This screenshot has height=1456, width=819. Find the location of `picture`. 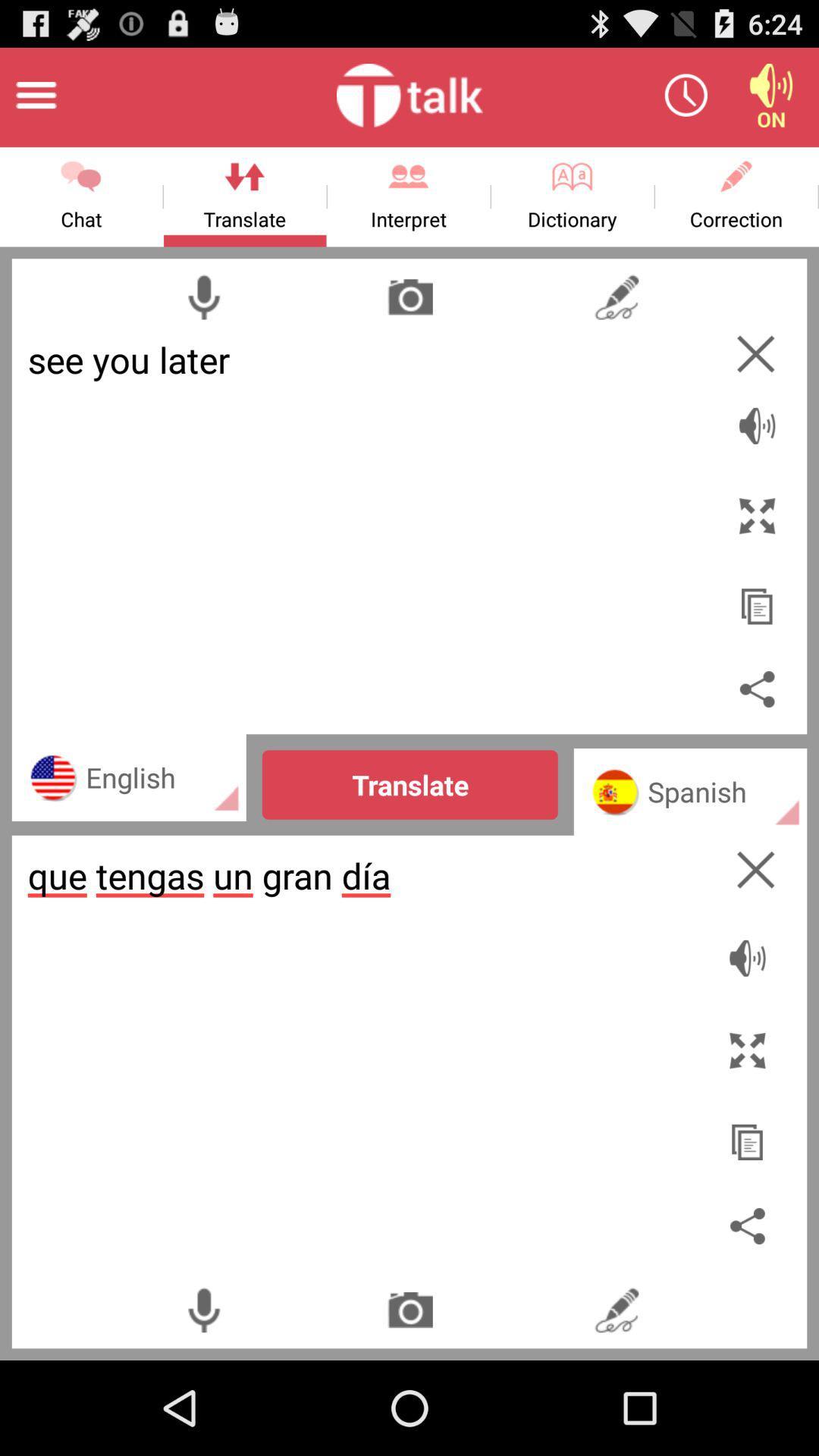

picture is located at coordinates (410, 297).